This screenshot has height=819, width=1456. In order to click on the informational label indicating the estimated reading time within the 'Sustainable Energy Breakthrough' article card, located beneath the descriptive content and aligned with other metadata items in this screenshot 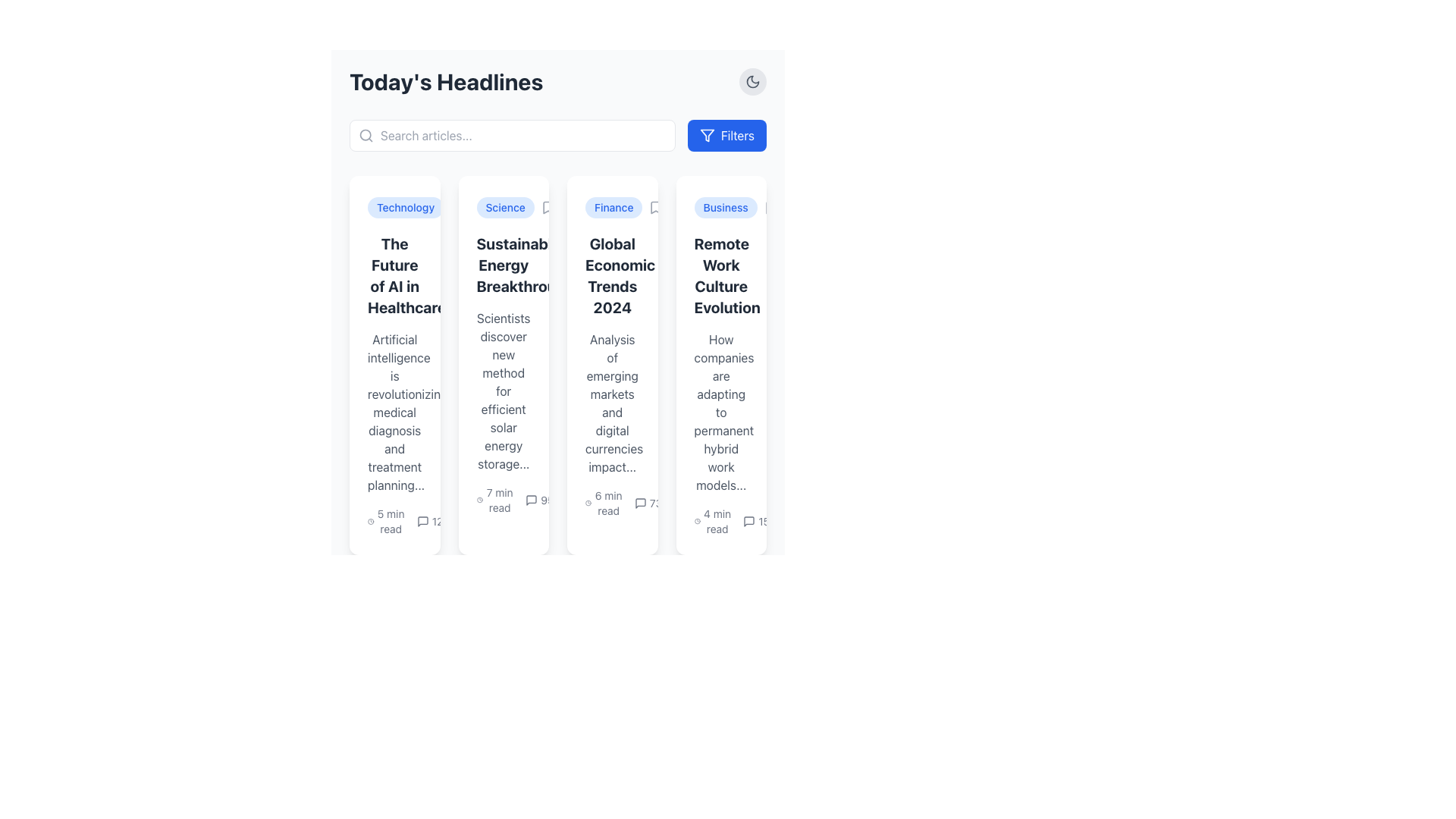, I will do `click(504, 500)`.